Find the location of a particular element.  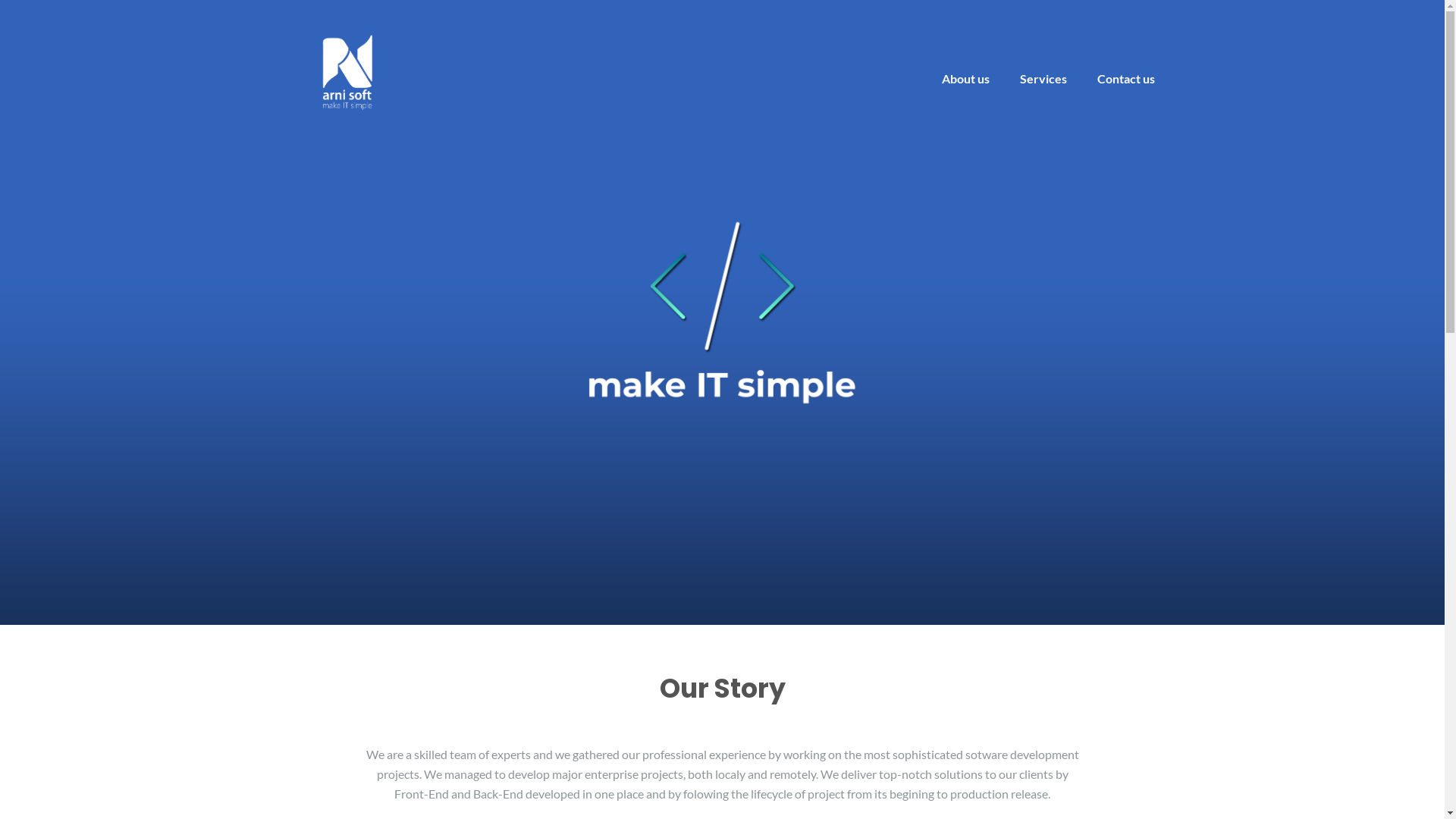

'Contact us' is located at coordinates (1125, 78).